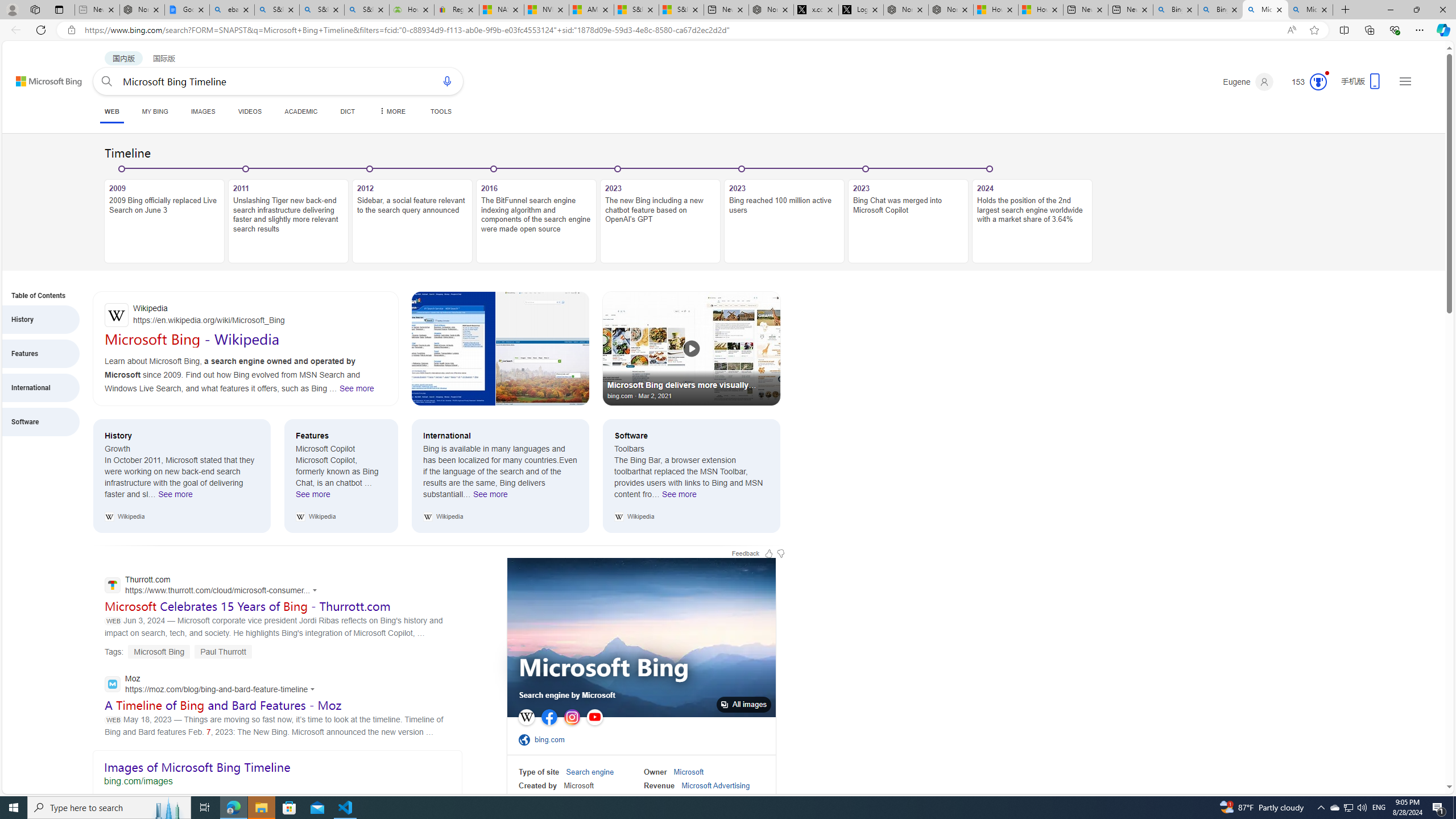  Describe the element at coordinates (768, 553) in the screenshot. I see `'Feedback Like'` at that location.